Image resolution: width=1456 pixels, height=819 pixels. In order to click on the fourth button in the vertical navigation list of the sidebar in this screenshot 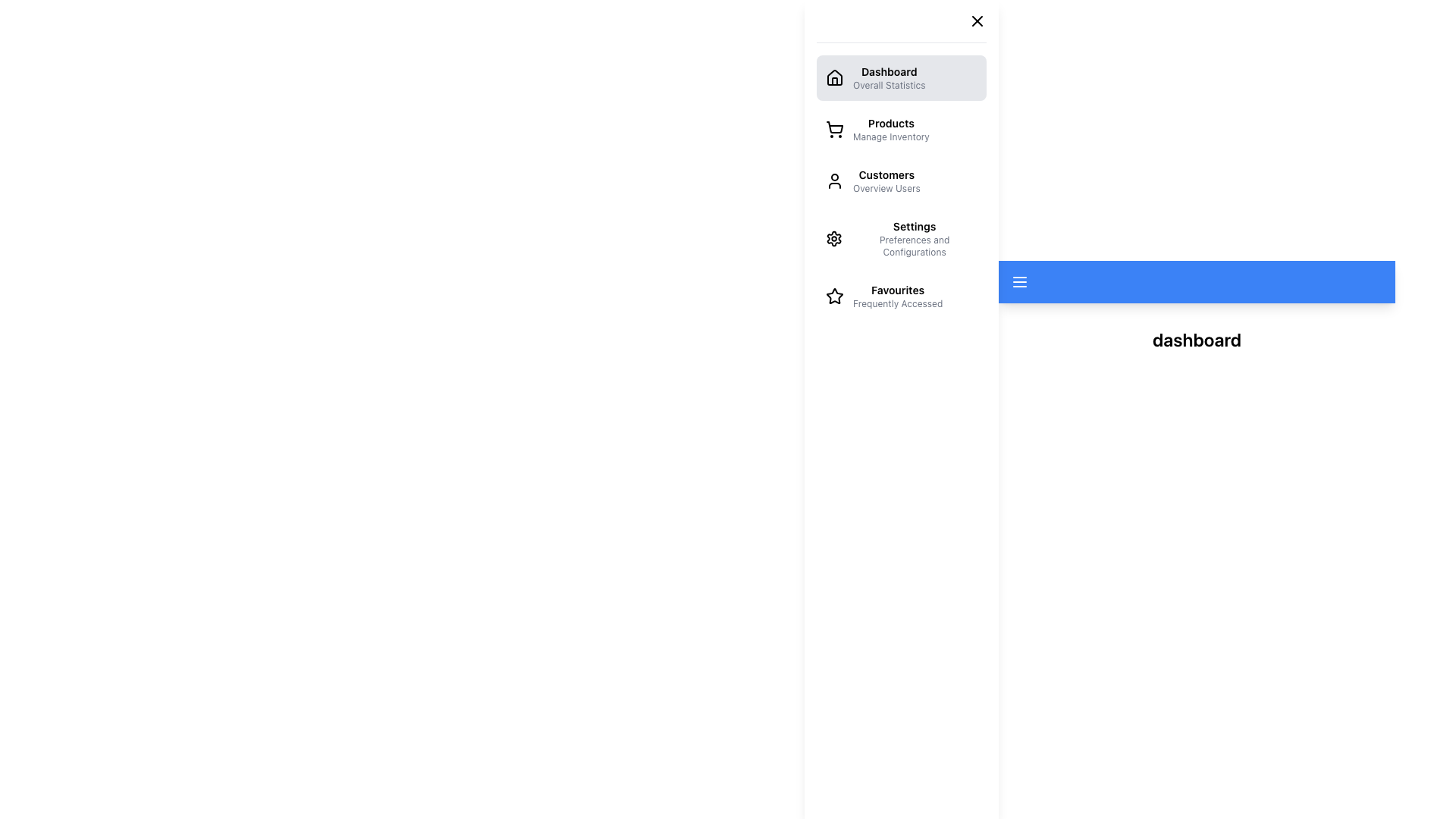, I will do `click(902, 239)`.